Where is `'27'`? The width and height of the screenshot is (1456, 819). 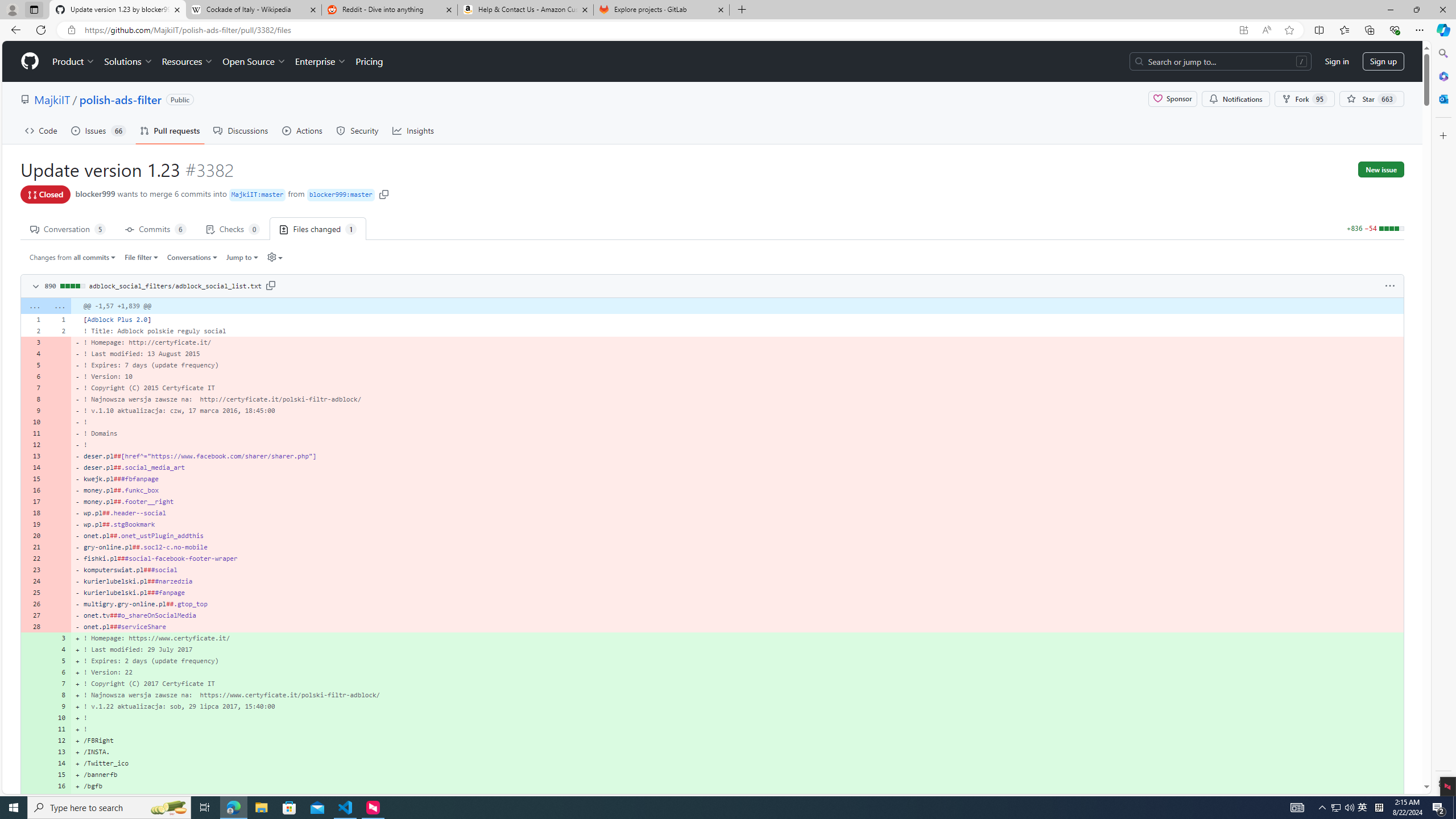
'27' is located at coordinates (32, 614).